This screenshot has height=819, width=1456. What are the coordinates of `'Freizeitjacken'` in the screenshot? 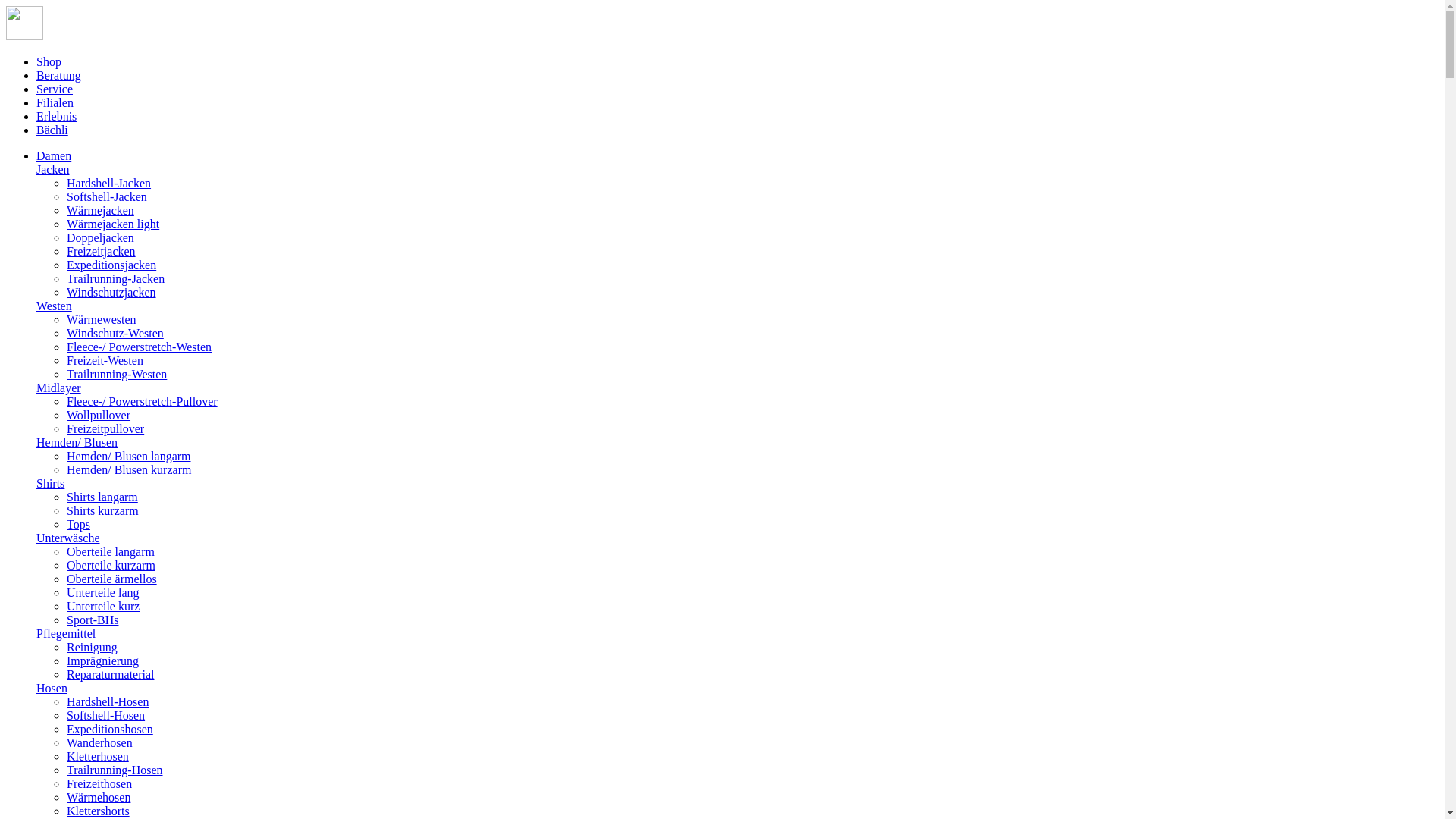 It's located at (100, 250).